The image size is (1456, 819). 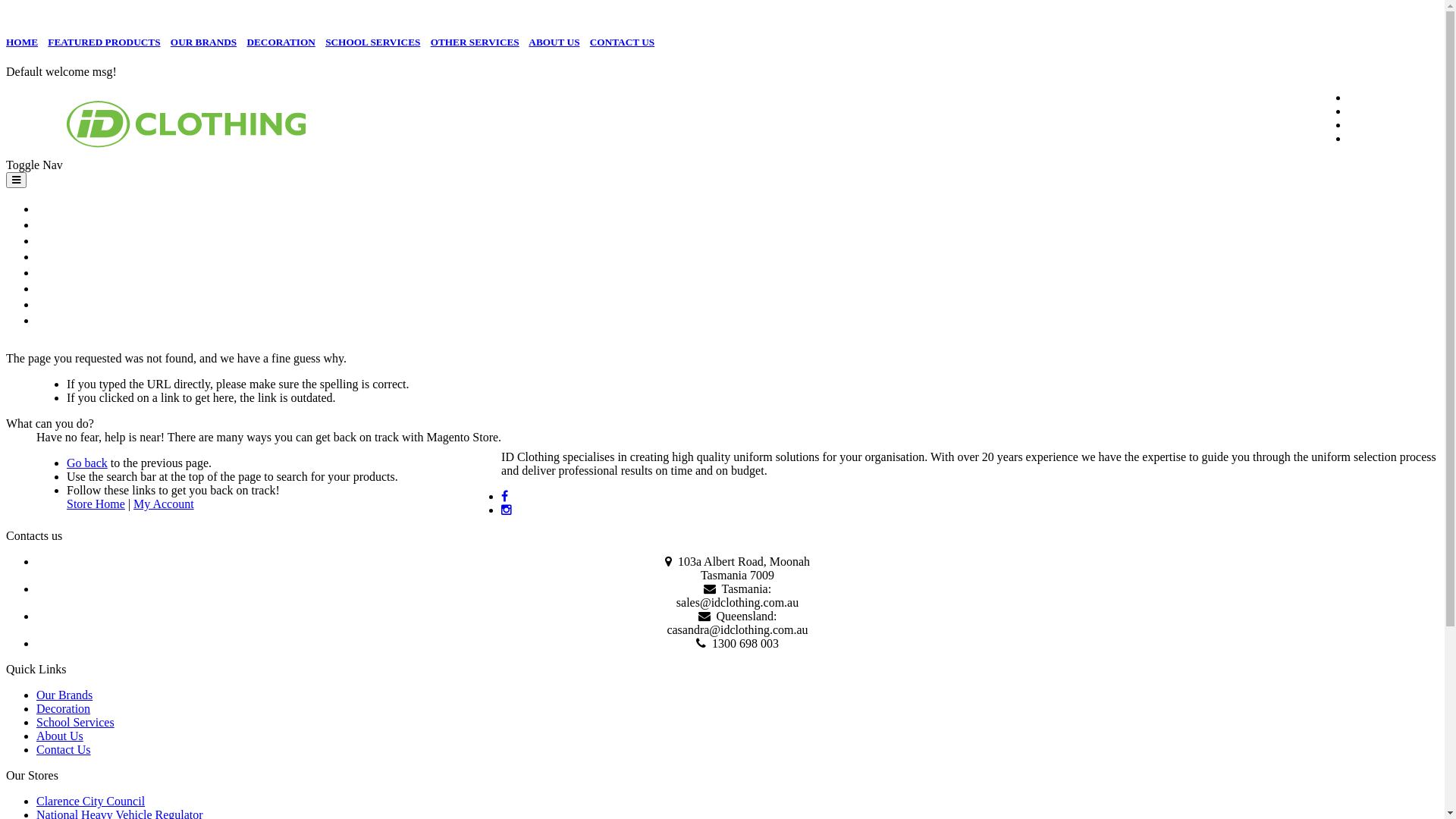 What do you see at coordinates (202, 41) in the screenshot?
I see `'OUR BRANDS'` at bounding box center [202, 41].